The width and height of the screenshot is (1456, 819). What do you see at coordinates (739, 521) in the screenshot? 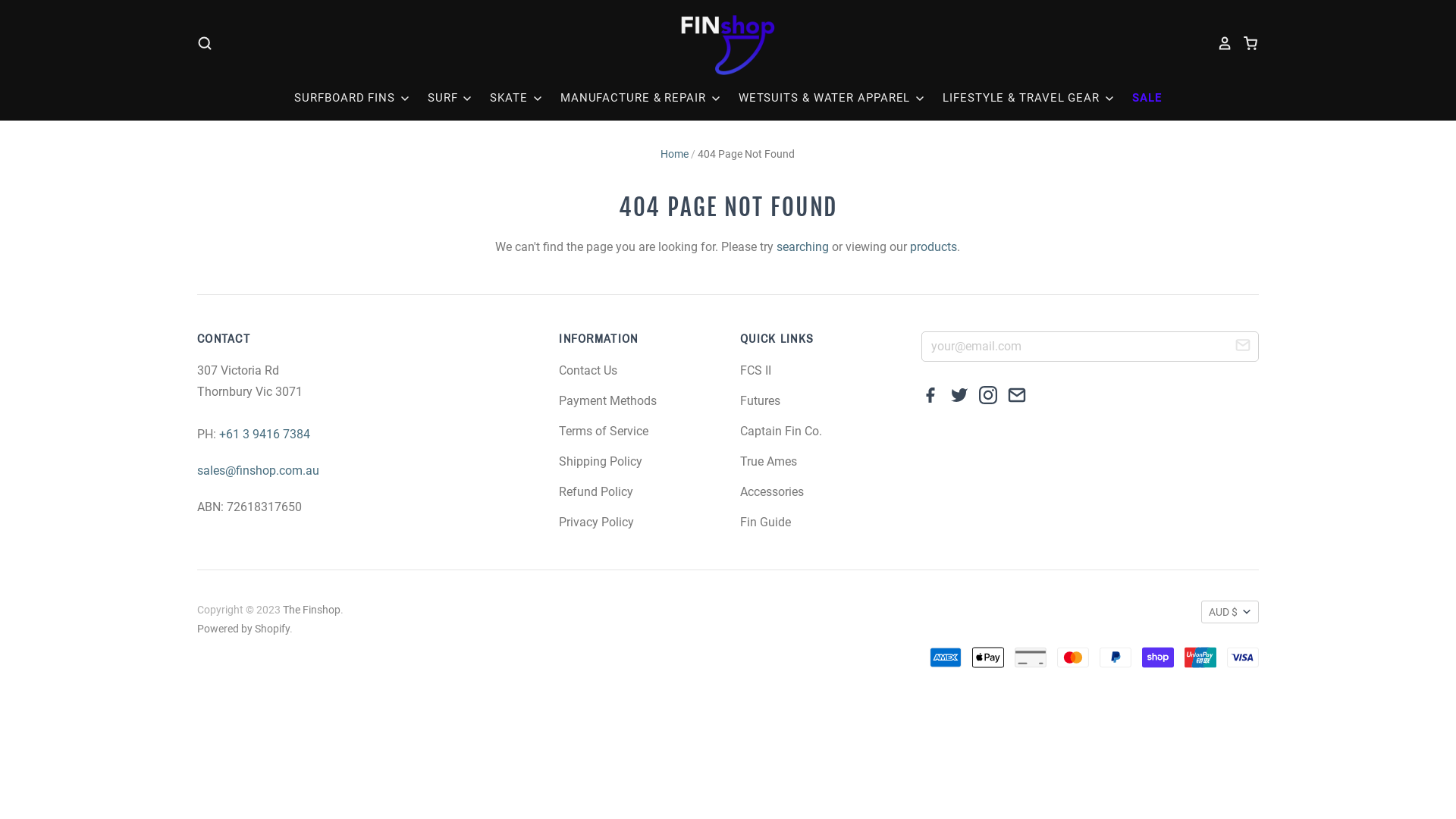
I see `'Fin Guide'` at bounding box center [739, 521].